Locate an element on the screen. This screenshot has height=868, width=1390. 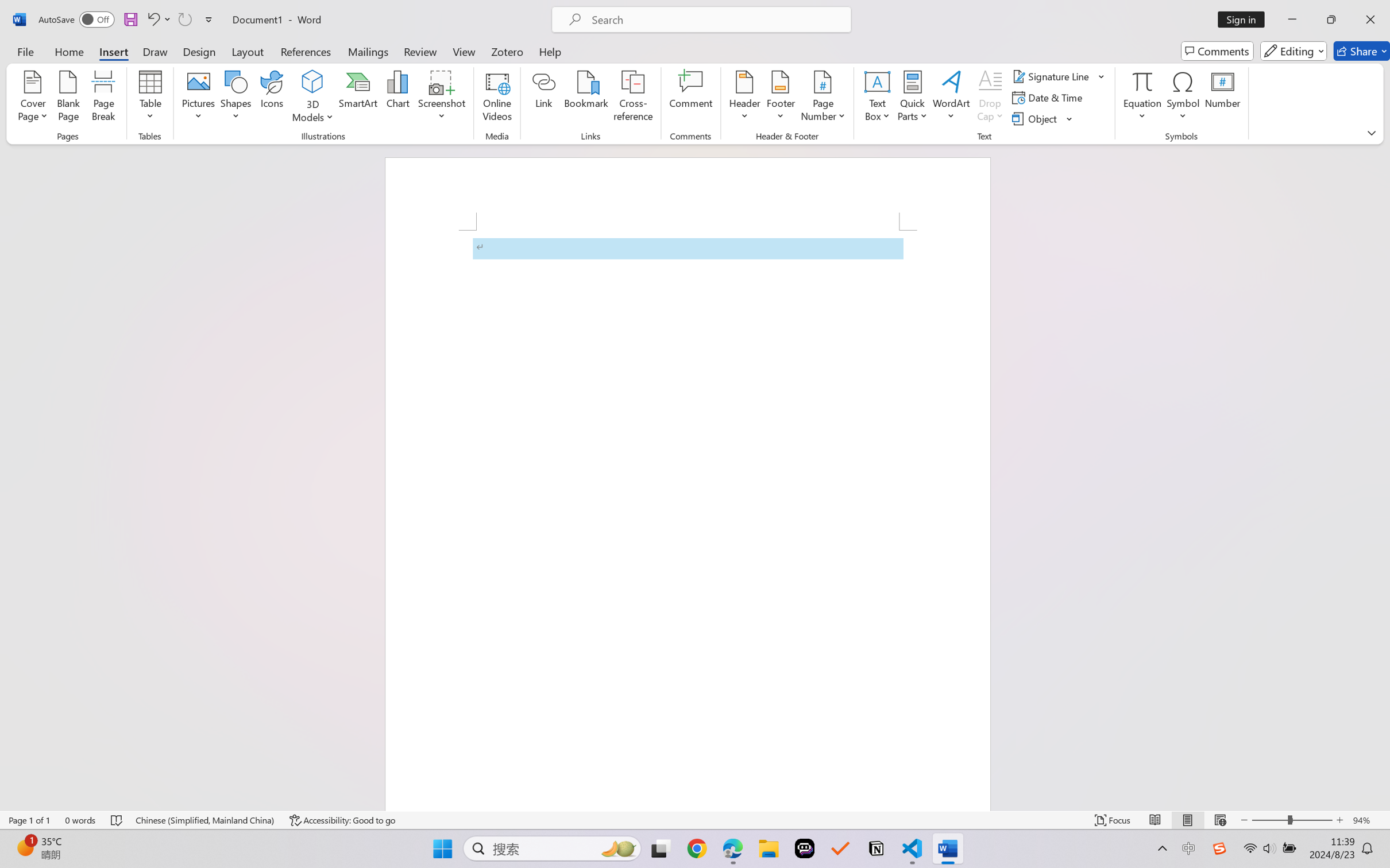
'Object...' is located at coordinates (1042, 119).